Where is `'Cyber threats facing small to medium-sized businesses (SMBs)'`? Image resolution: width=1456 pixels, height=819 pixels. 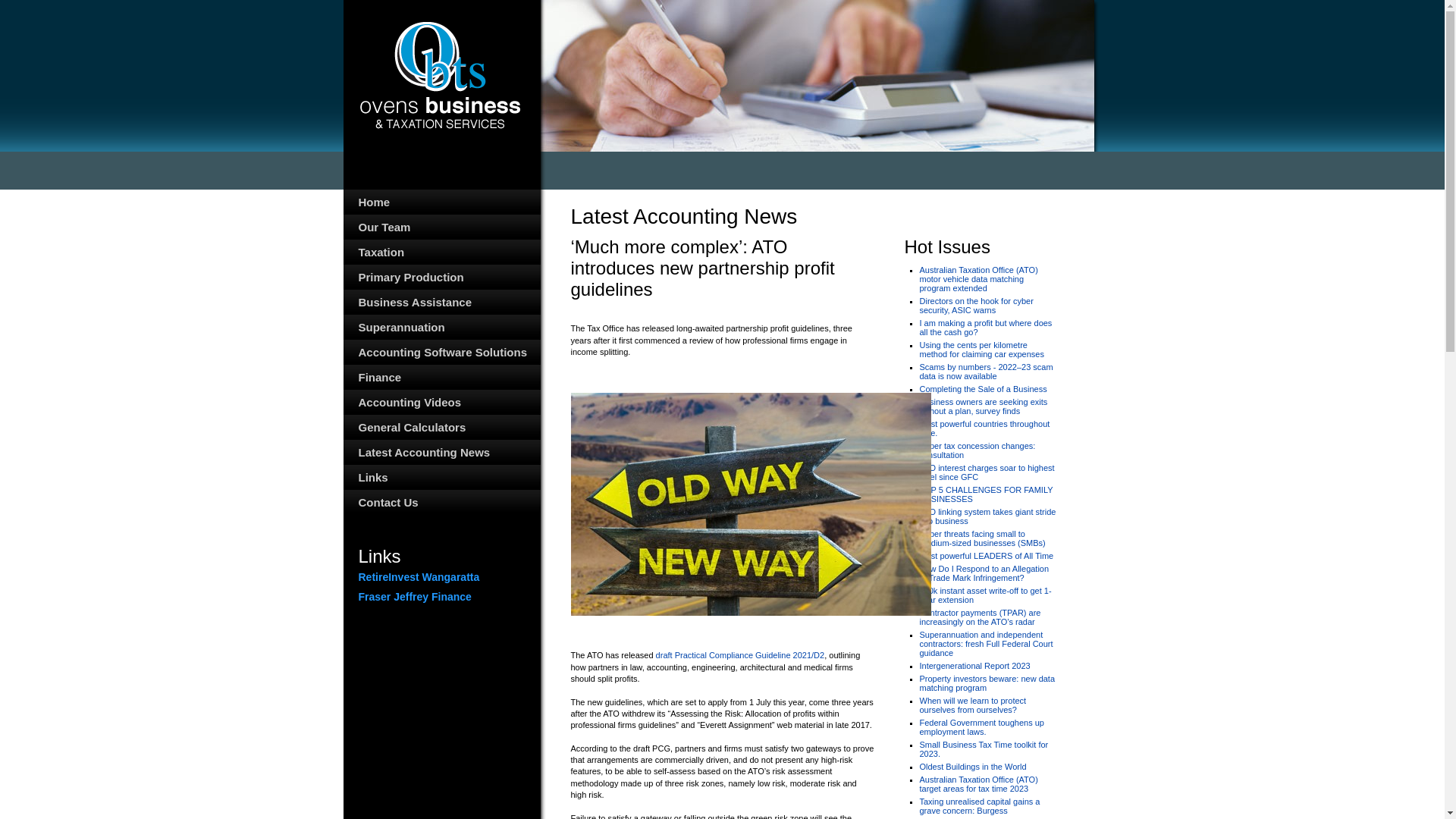
'Cyber threats facing small to medium-sized businesses (SMBs)' is located at coordinates (918, 537).